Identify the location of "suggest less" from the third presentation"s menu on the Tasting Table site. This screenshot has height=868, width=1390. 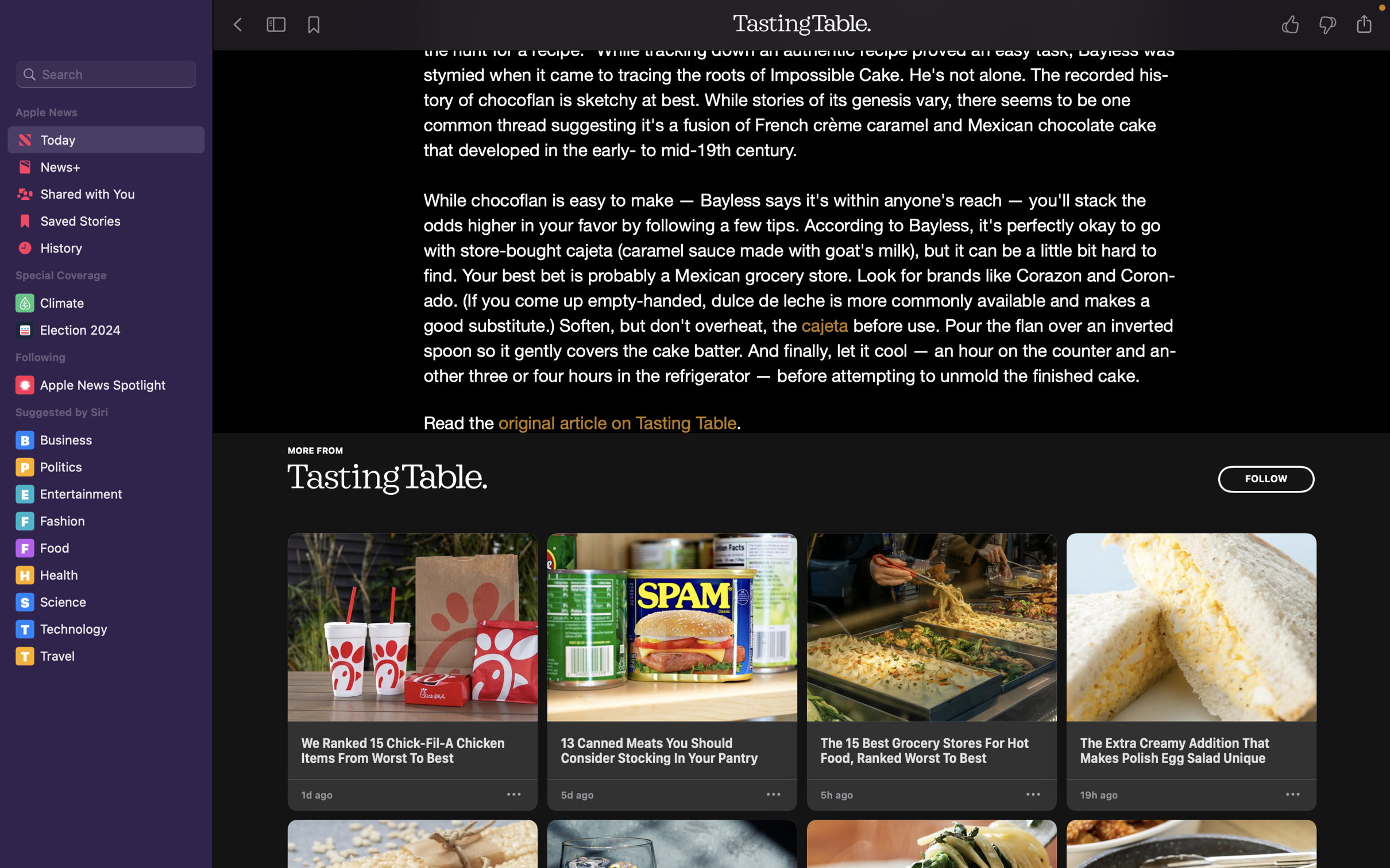
(1032, 795).